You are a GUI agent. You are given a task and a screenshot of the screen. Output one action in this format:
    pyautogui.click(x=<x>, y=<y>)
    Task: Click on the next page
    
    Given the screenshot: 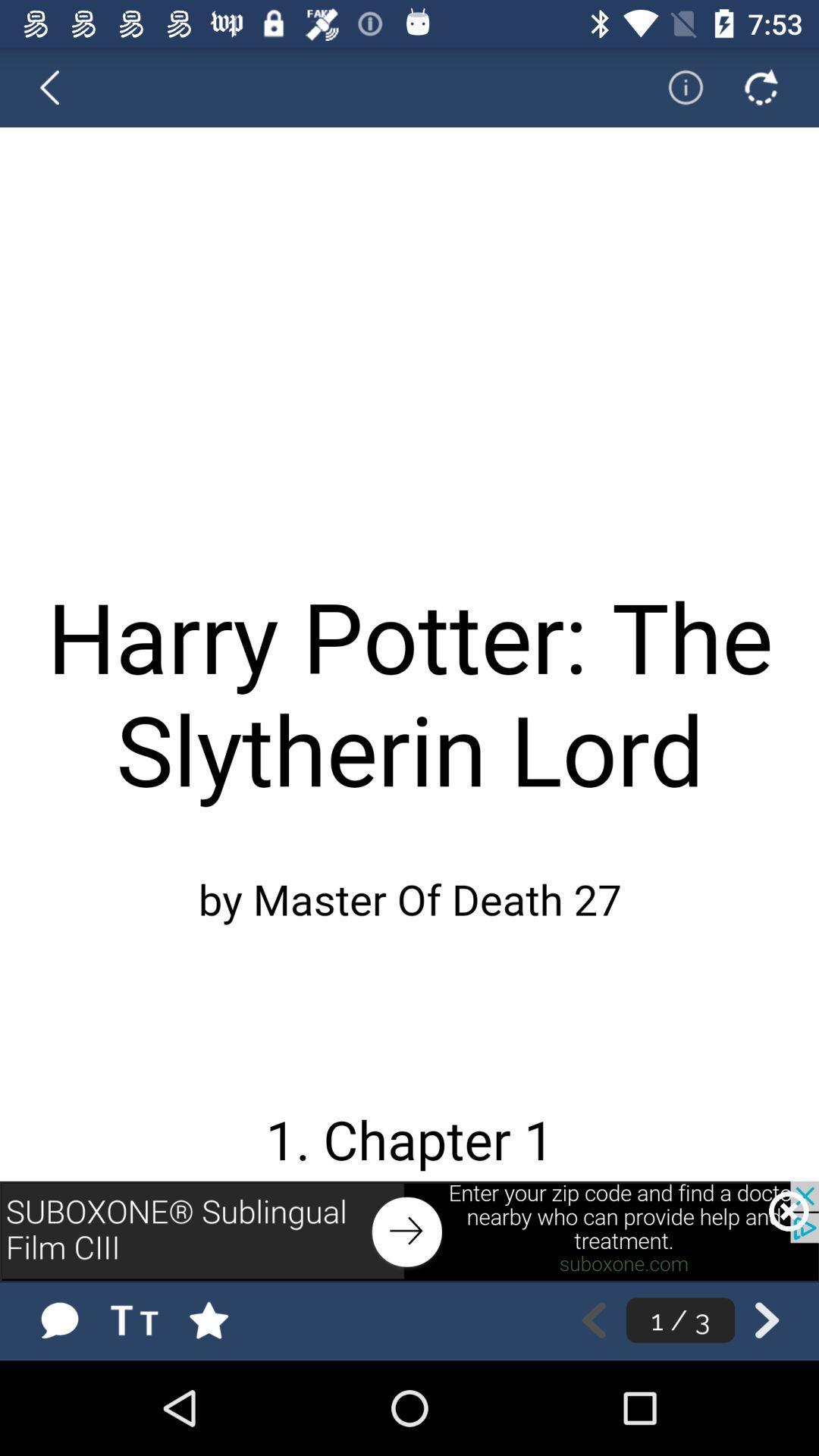 What is the action you would take?
    pyautogui.click(x=767, y=1319)
    